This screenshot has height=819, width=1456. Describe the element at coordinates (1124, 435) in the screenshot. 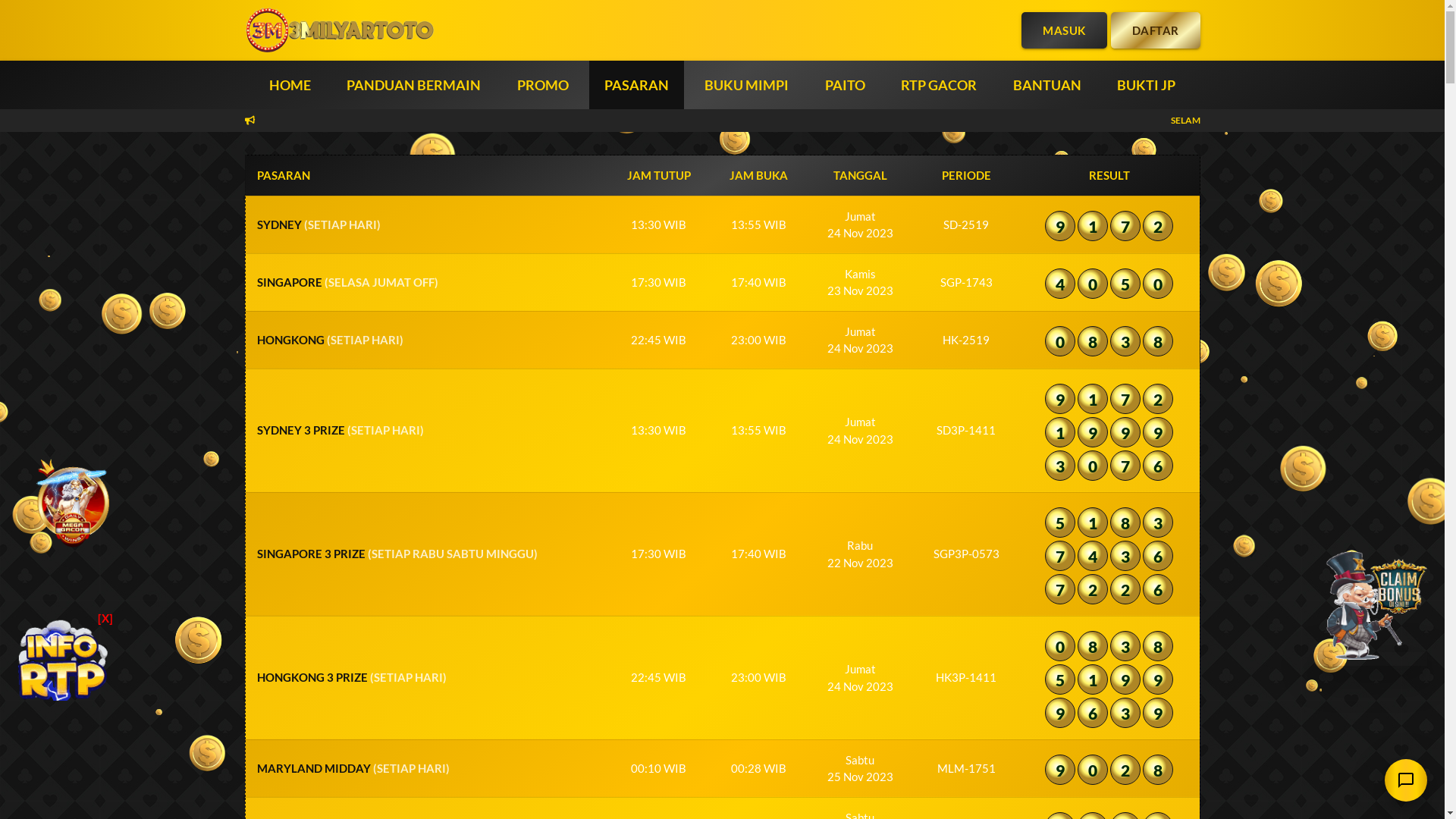

I see `'9 1 7 2` at that location.